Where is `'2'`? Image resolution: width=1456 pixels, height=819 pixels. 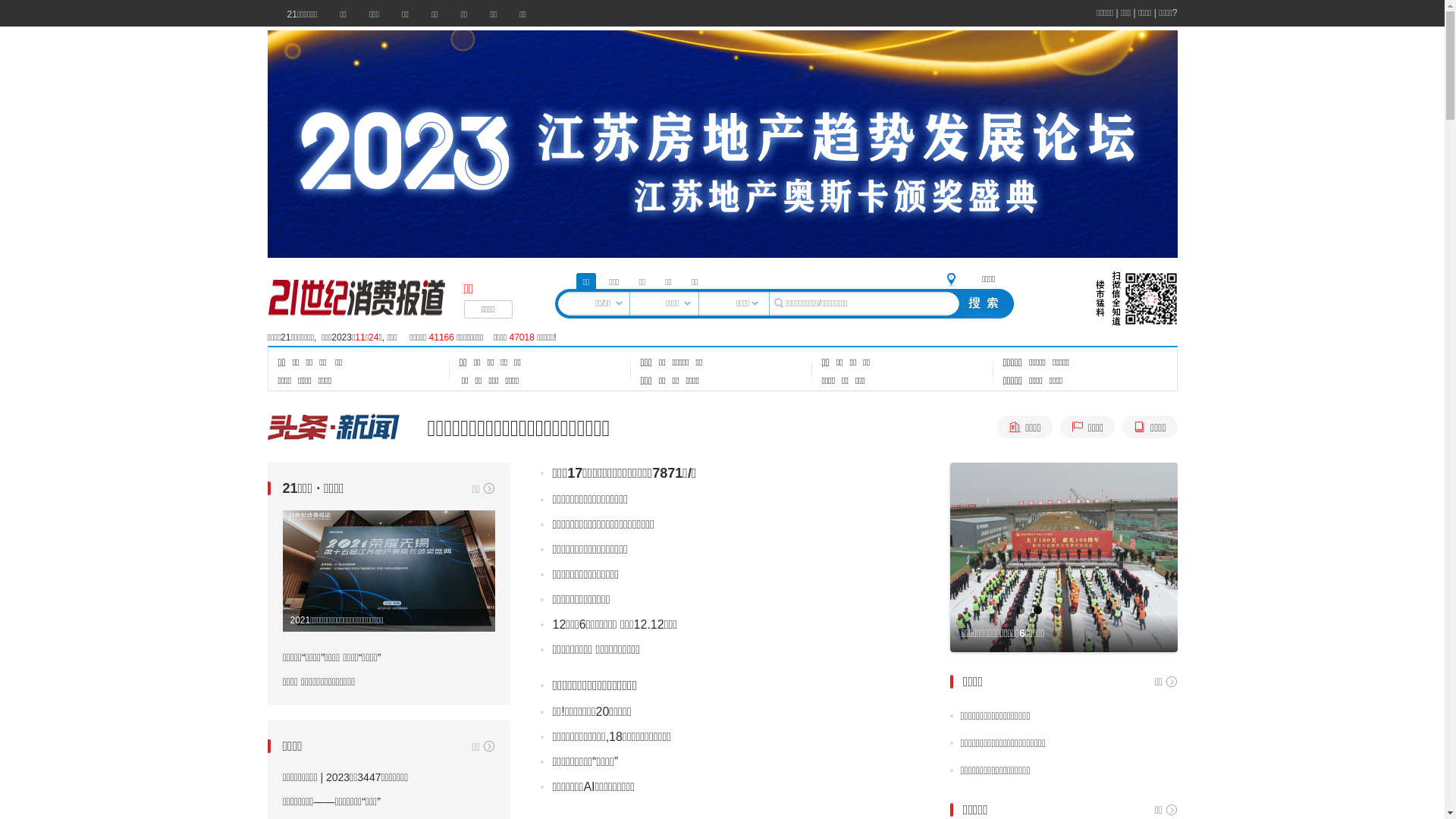
'2' is located at coordinates (1036, 609).